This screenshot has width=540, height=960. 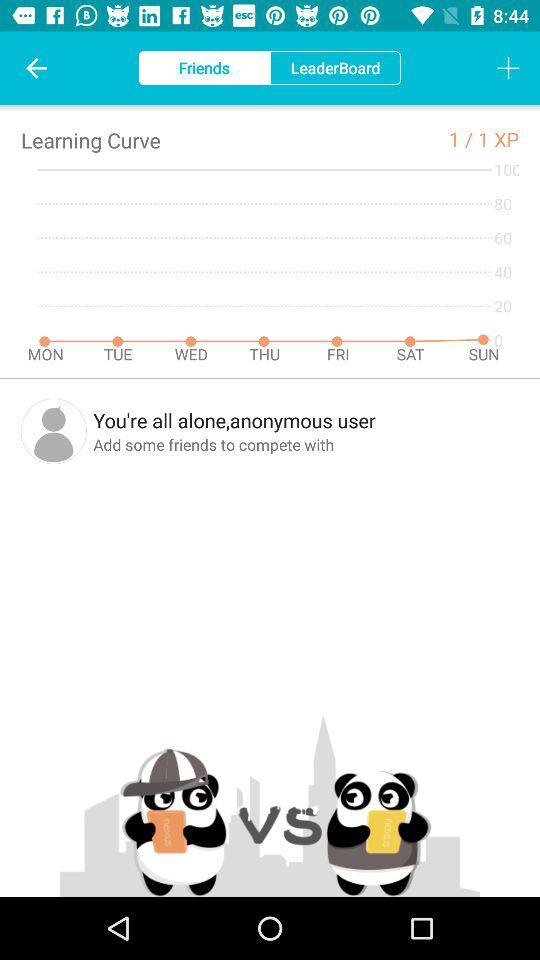 What do you see at coordinates (89, 139) in the screenshot?
I see `the icon to the left of the 1 /  icon` at bounding box center [89, 139].